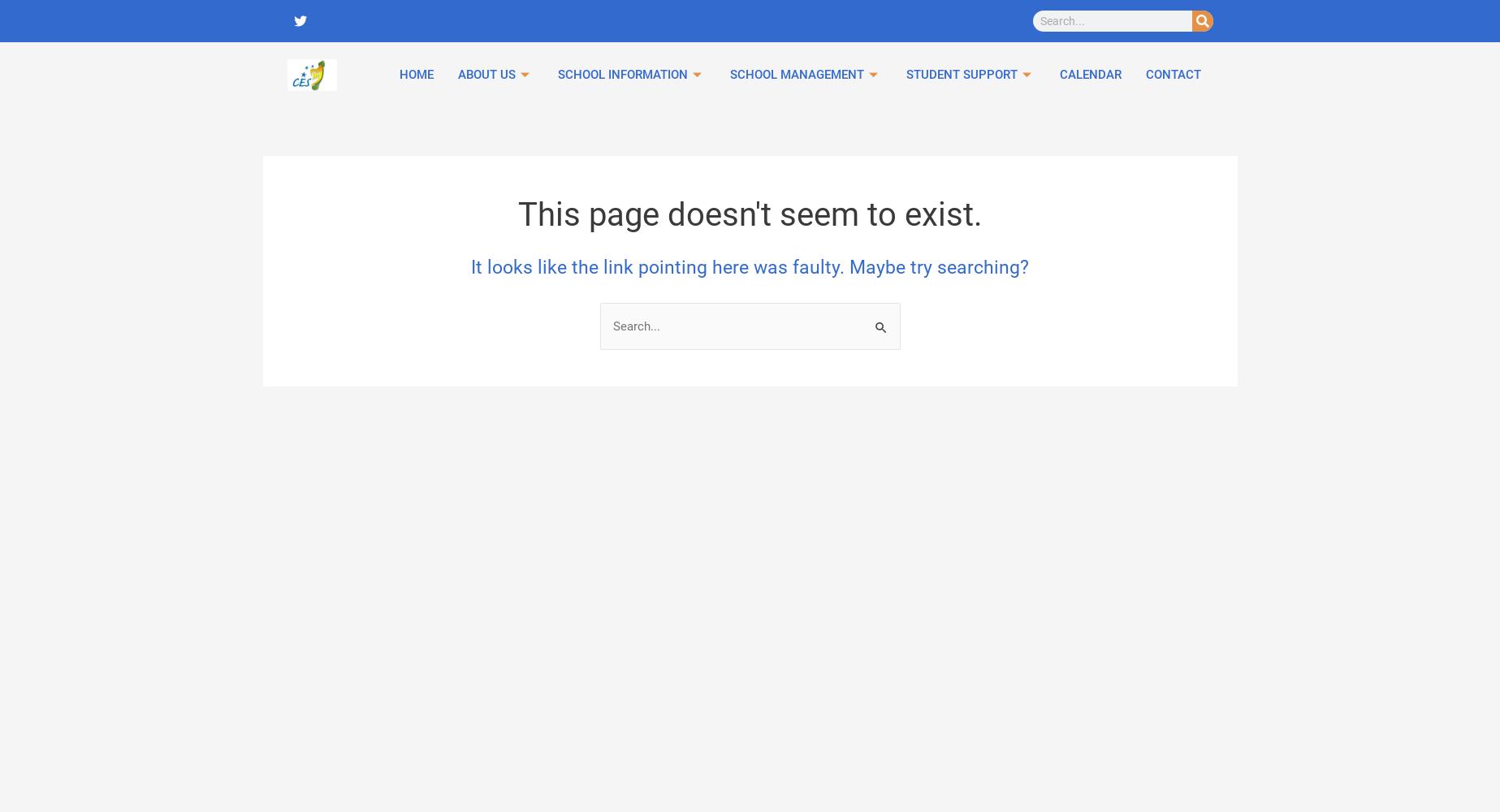  I want to click on 'School management', so click(795, 74).